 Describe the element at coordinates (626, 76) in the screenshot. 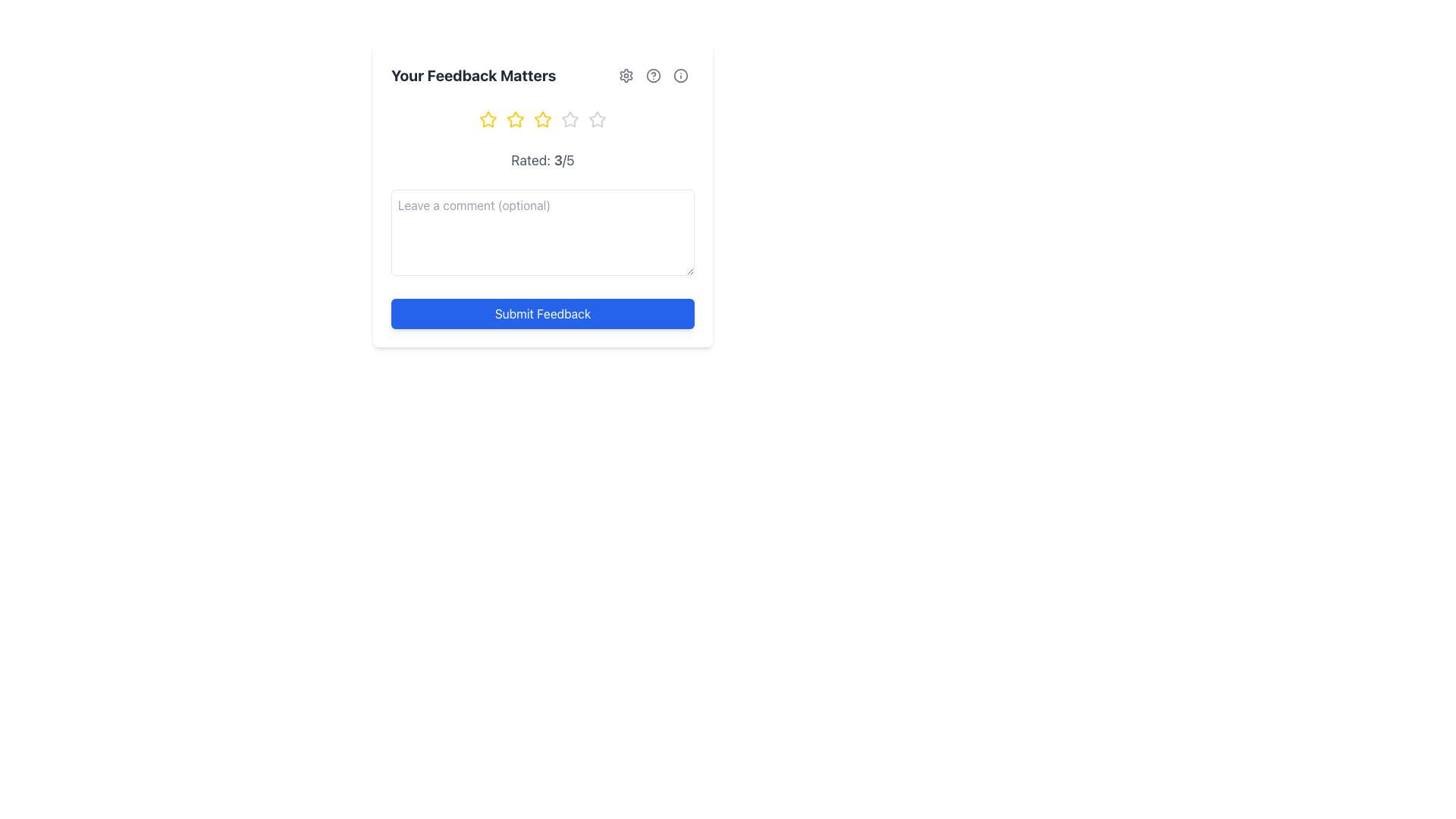

I see `the settings button located in the top-right corner of the feedback card module` at that location.